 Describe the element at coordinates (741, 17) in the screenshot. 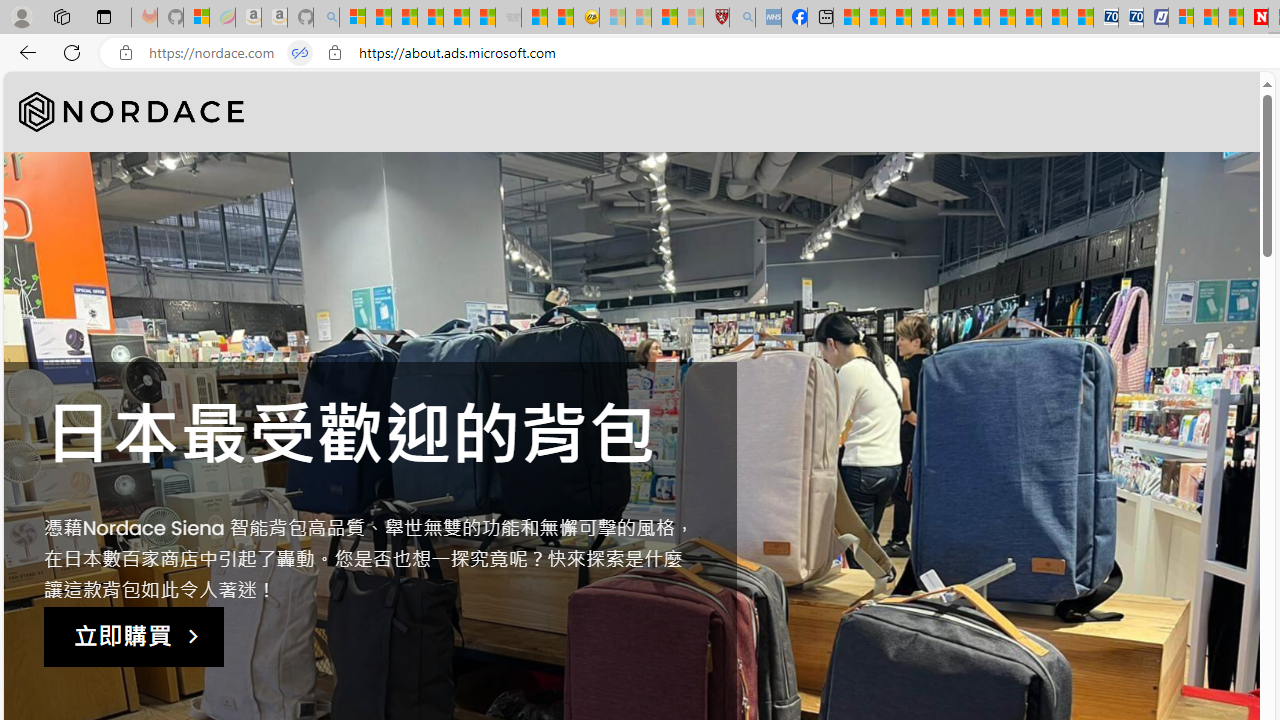

I see `'list of asthma inhalers uk - Search - Sleeping'` at that location.